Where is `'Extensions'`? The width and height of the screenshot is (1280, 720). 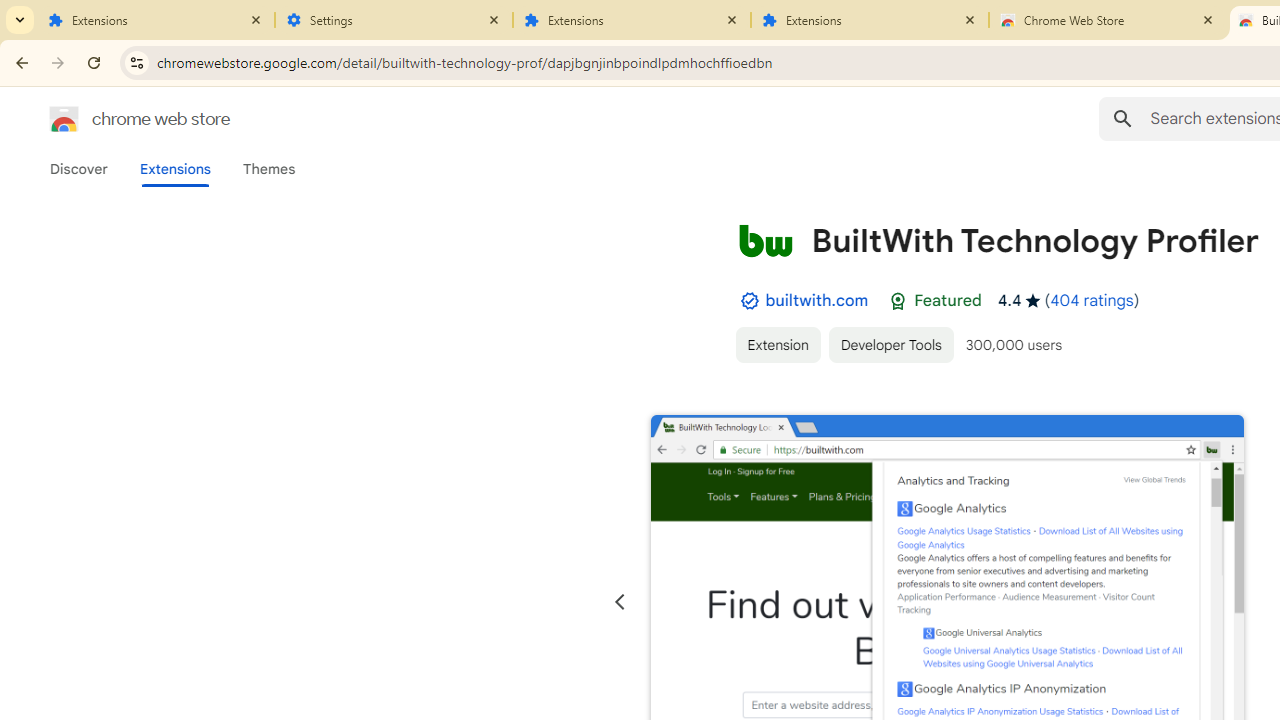
'Extensions' is located at coordinates (155, 20).